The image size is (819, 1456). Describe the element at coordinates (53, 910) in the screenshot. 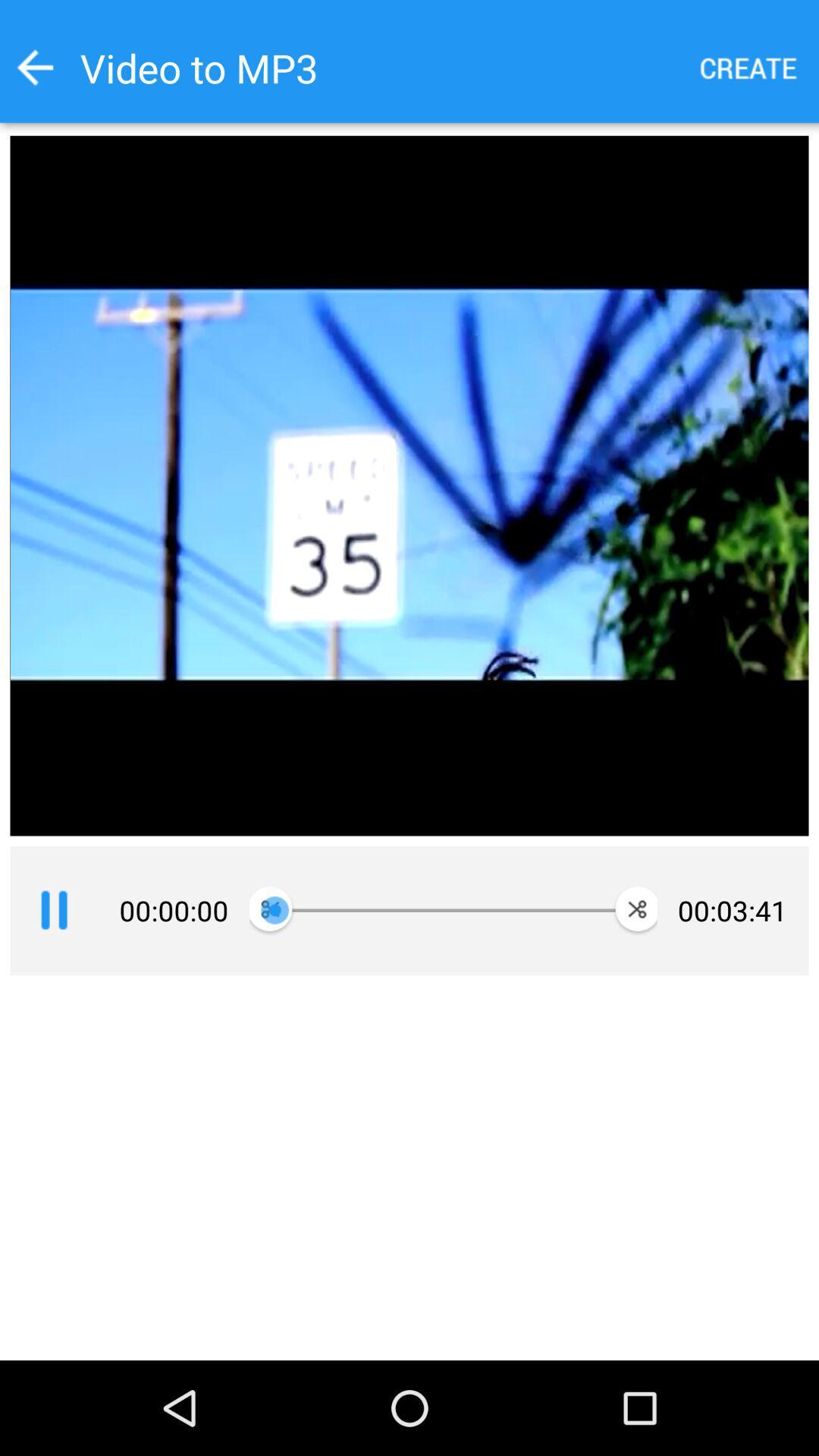

I see `click the button to pause the video` at that location.